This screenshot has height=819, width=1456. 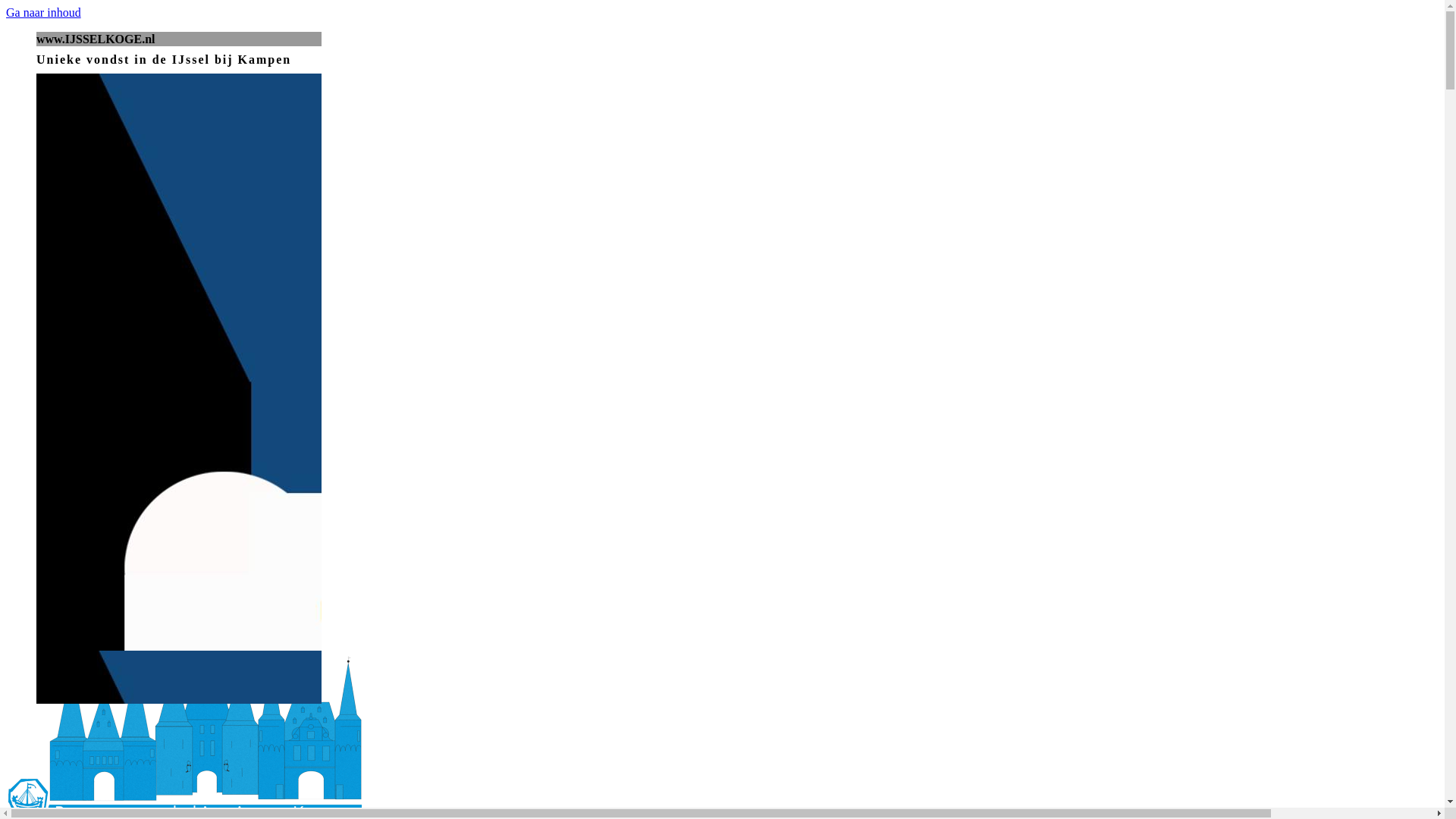 I want to click on 'Ga naar inhoud', so click(x=43, y=12).